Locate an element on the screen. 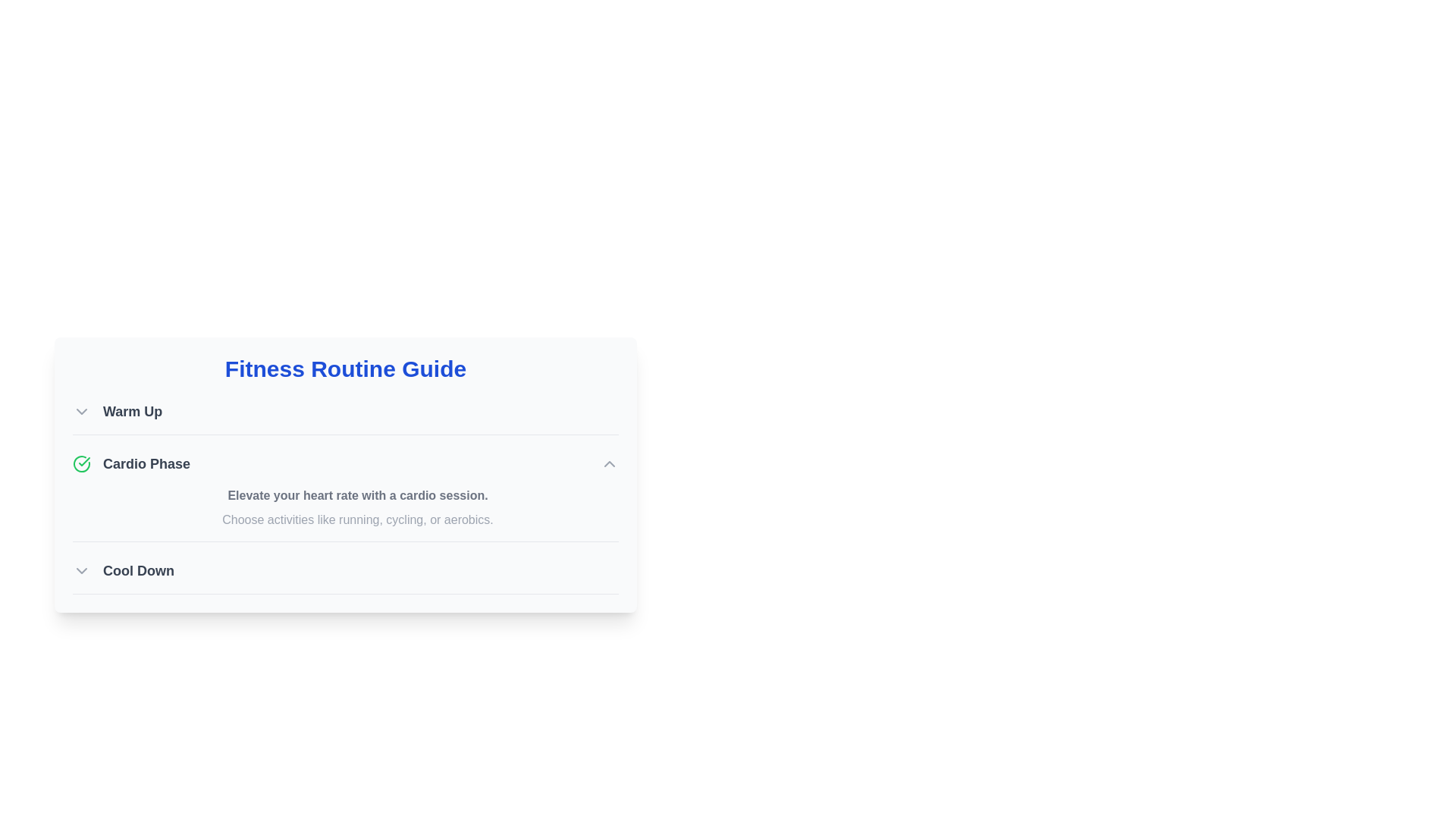 This screenshot has width=1456, height=819. the 'Cardio Phase' text label, which is bold and large-sized in dark gray font is located at coordinates (146, 463).